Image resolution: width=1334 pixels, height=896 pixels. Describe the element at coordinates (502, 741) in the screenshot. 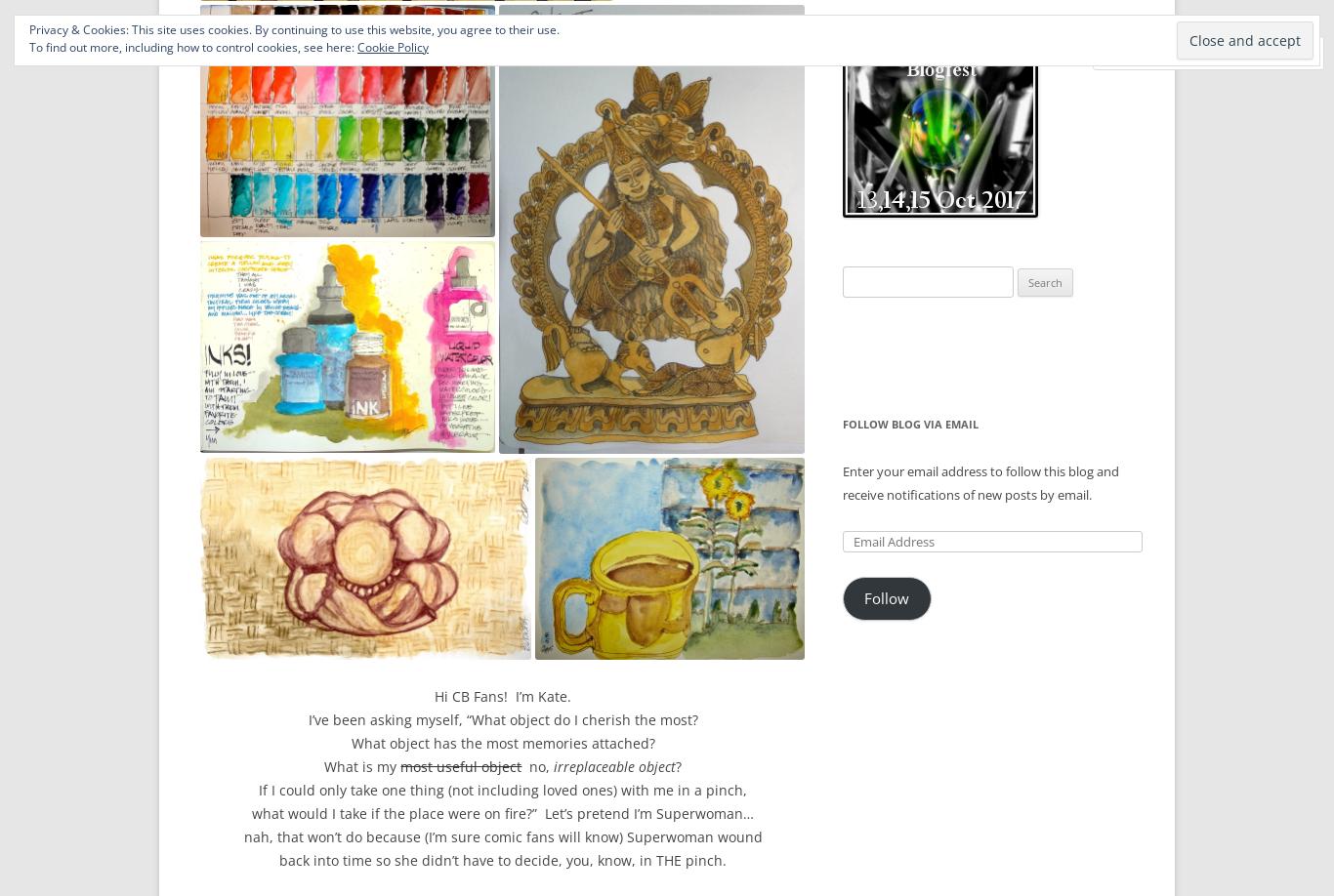

I see `'What object has the most memories attached?'` at that location.